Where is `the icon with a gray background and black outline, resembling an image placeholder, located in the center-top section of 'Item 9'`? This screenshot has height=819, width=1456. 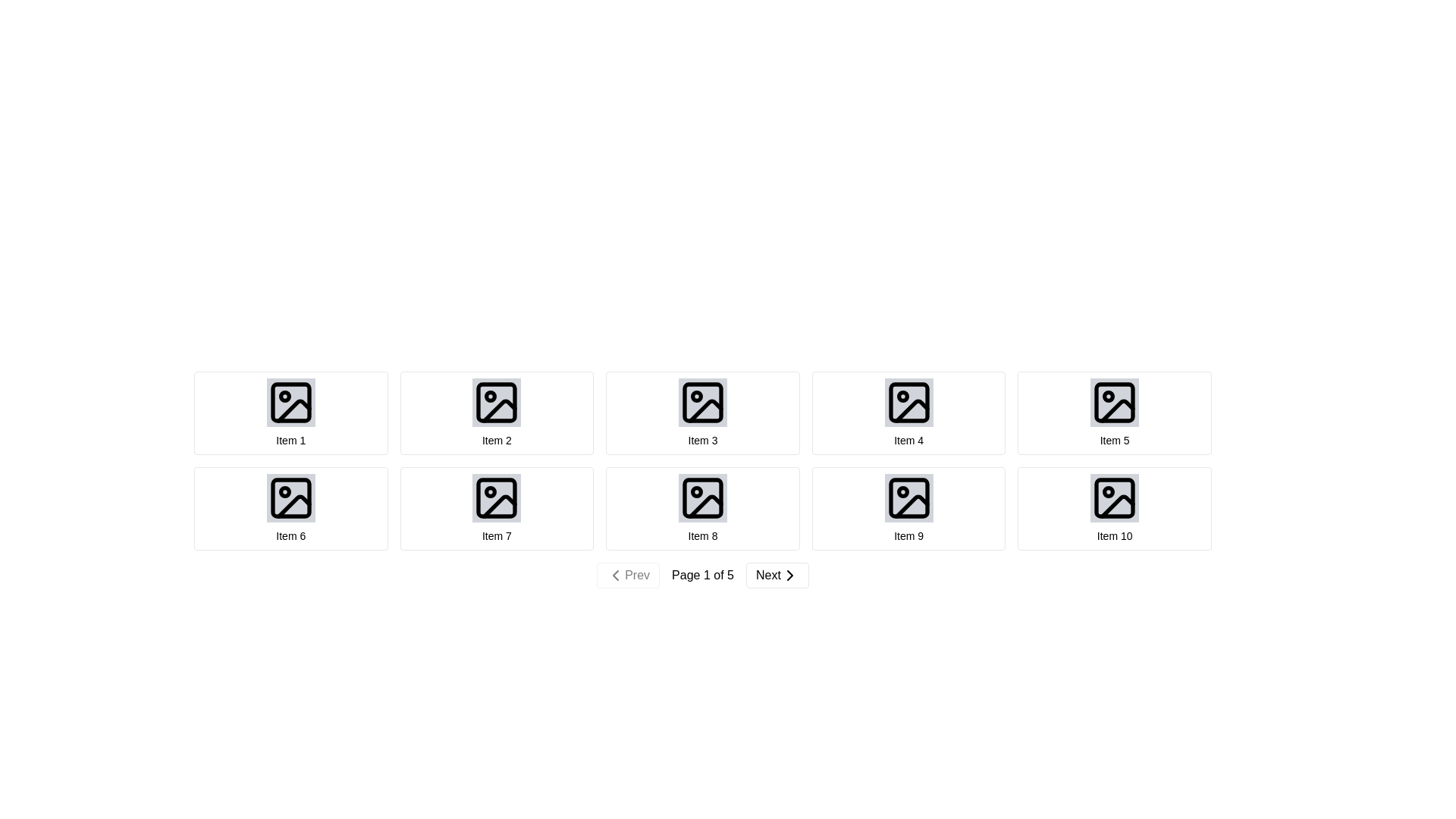
the icon with a gray background and black outline, resembling an image placeholder, located in the center-top section of 'Item 9' is located at coordinates (908, 497).